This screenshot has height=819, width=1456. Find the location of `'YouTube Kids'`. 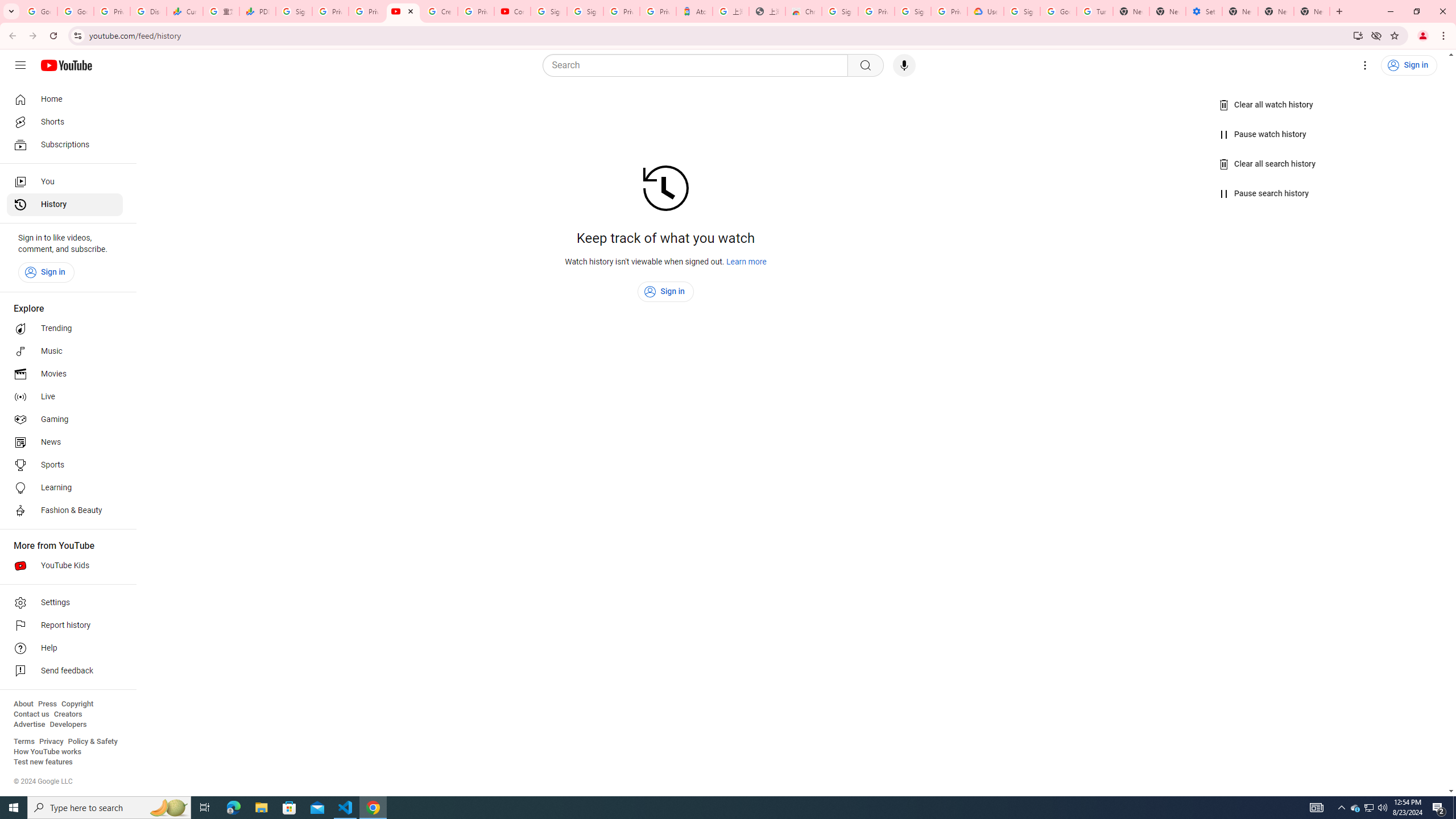

'YouTube Kids' is located at coordinates (64, 566).